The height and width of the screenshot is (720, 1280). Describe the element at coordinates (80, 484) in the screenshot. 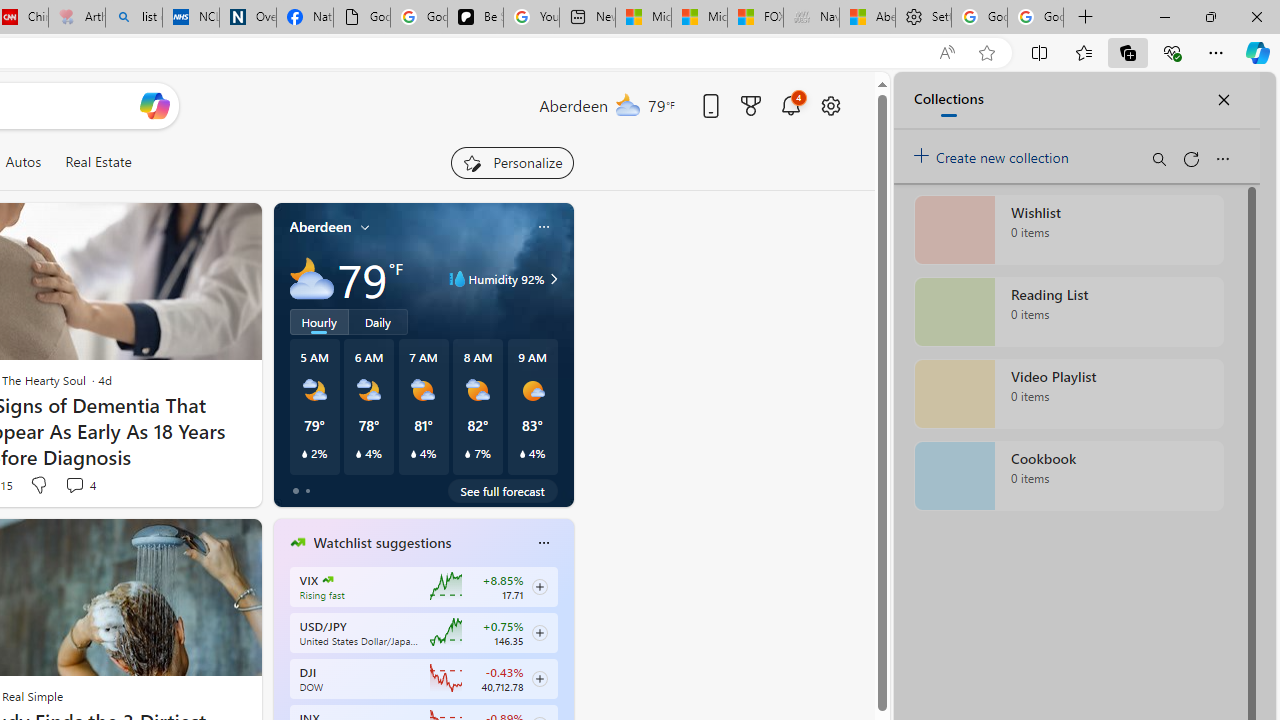

I see `'View comments 4 Comment'` at that location.